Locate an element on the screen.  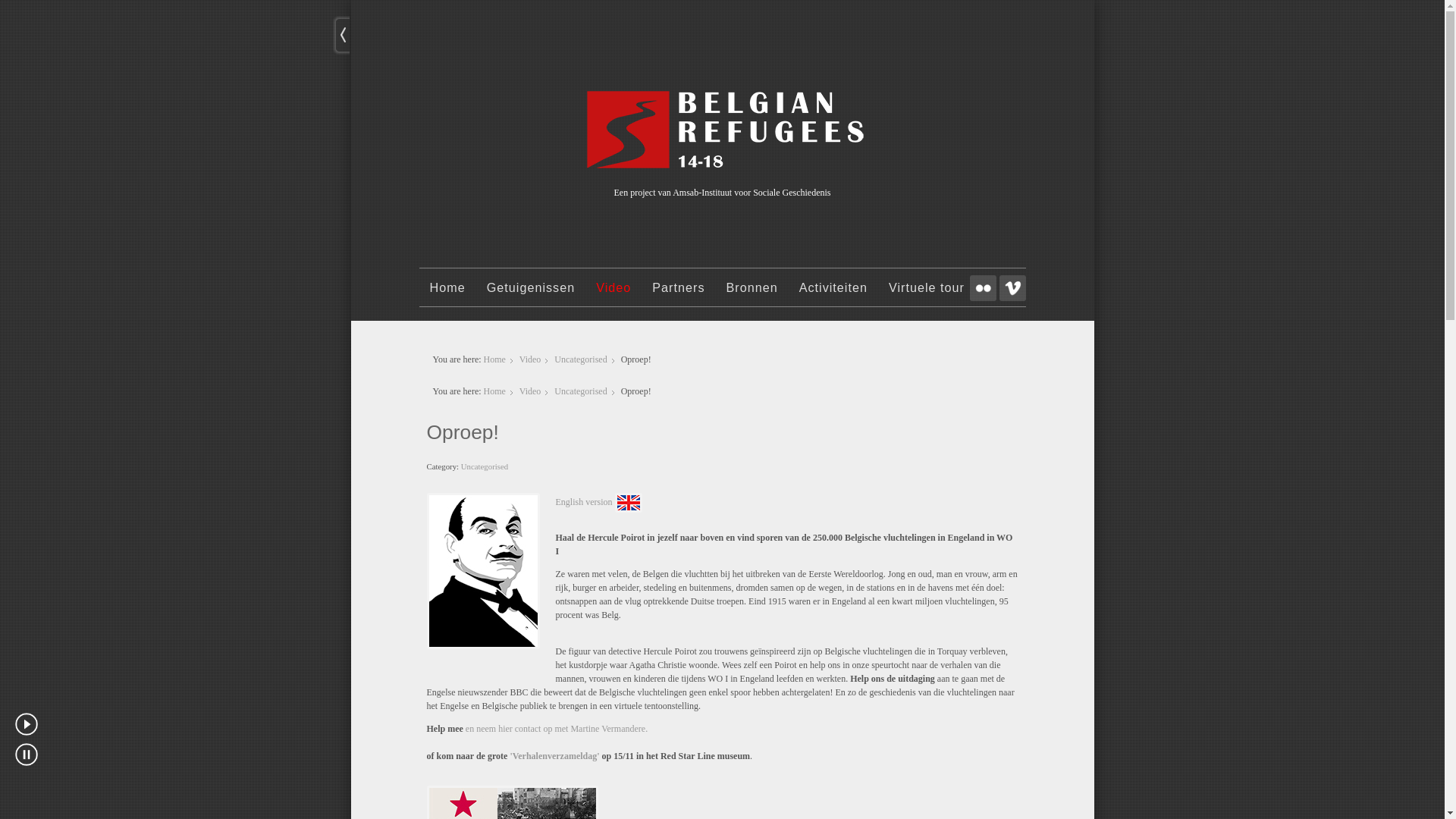
'Vimeo' is located at coordinates (999, 288).